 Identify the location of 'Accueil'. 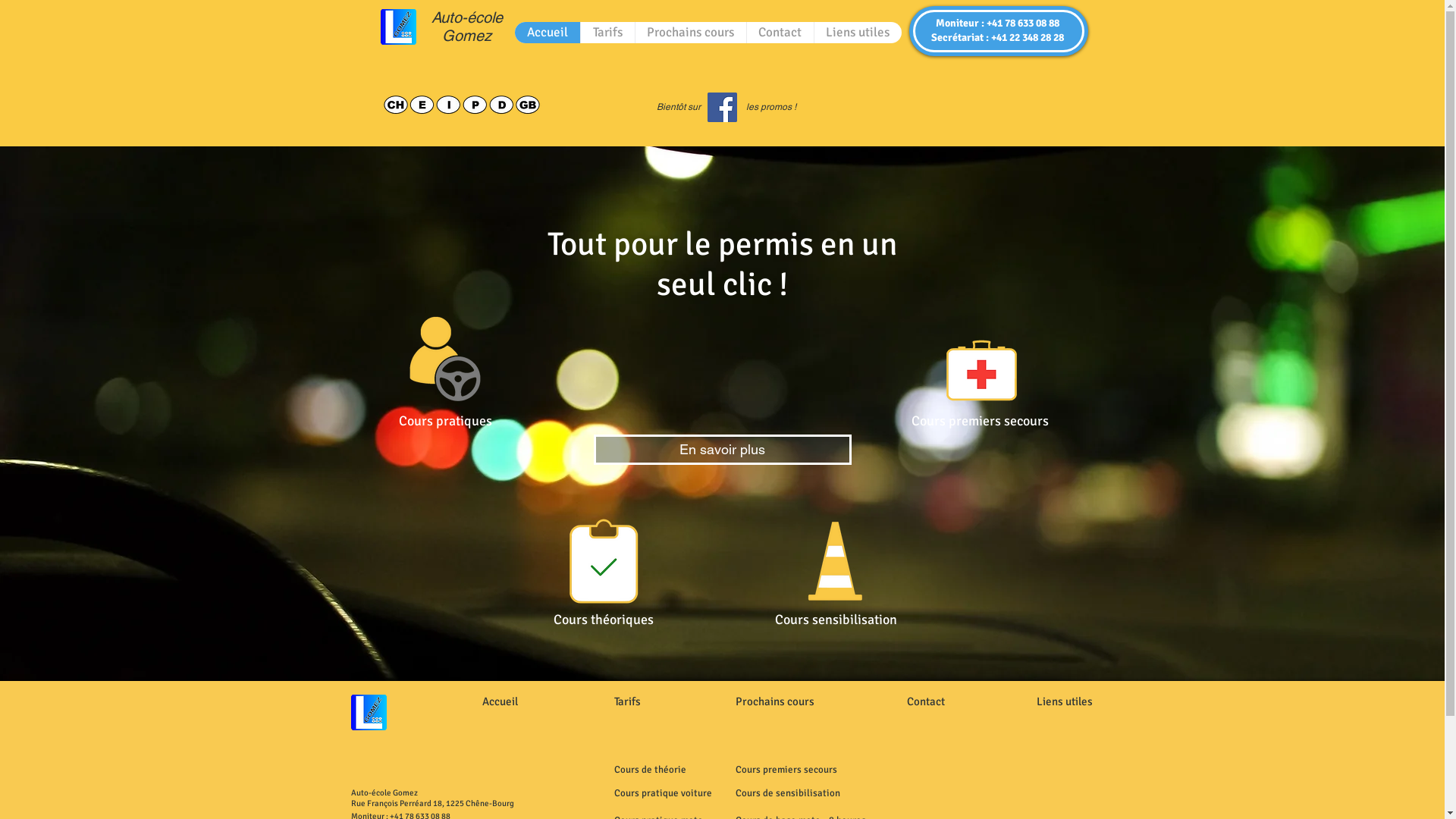
(546, 32).